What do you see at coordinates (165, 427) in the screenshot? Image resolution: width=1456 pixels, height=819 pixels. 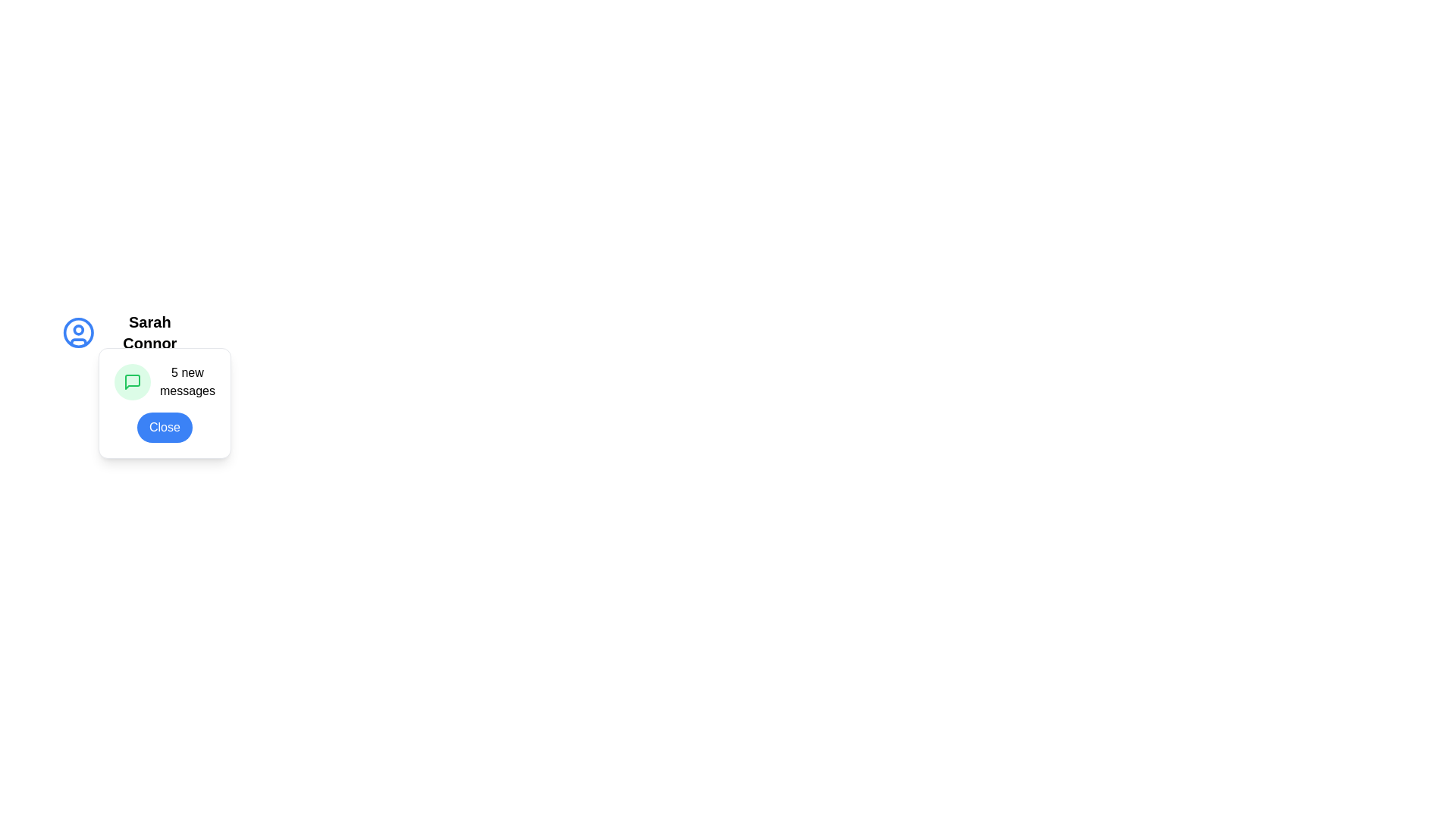 I see `the blue 'Close' button with white text` at bounding box center [165, 427].